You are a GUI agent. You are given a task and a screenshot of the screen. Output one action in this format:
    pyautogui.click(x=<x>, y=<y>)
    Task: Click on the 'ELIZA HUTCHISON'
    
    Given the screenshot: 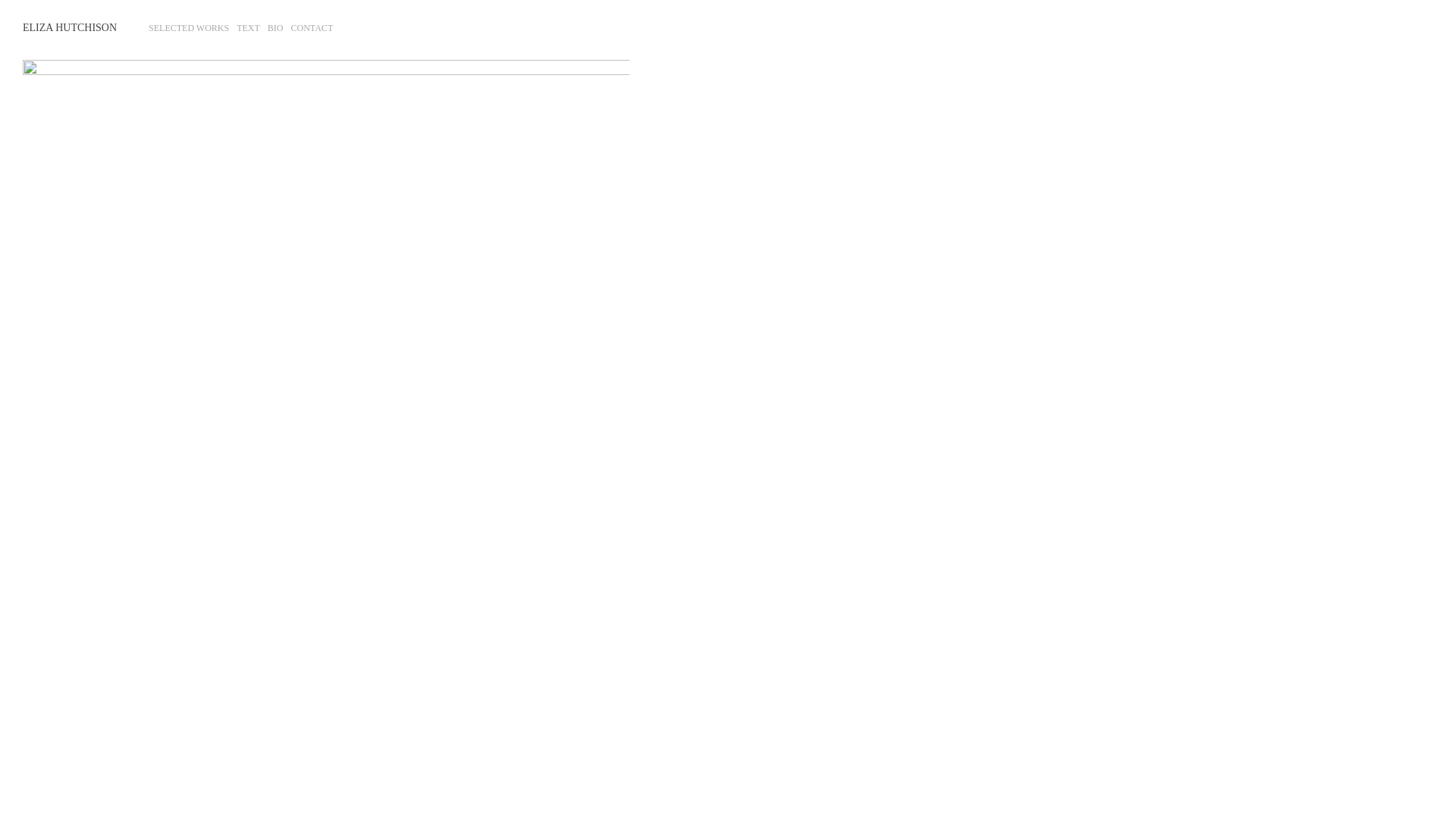 What is the action you would take?
    pyautogui.click(x=68, y=27)
    